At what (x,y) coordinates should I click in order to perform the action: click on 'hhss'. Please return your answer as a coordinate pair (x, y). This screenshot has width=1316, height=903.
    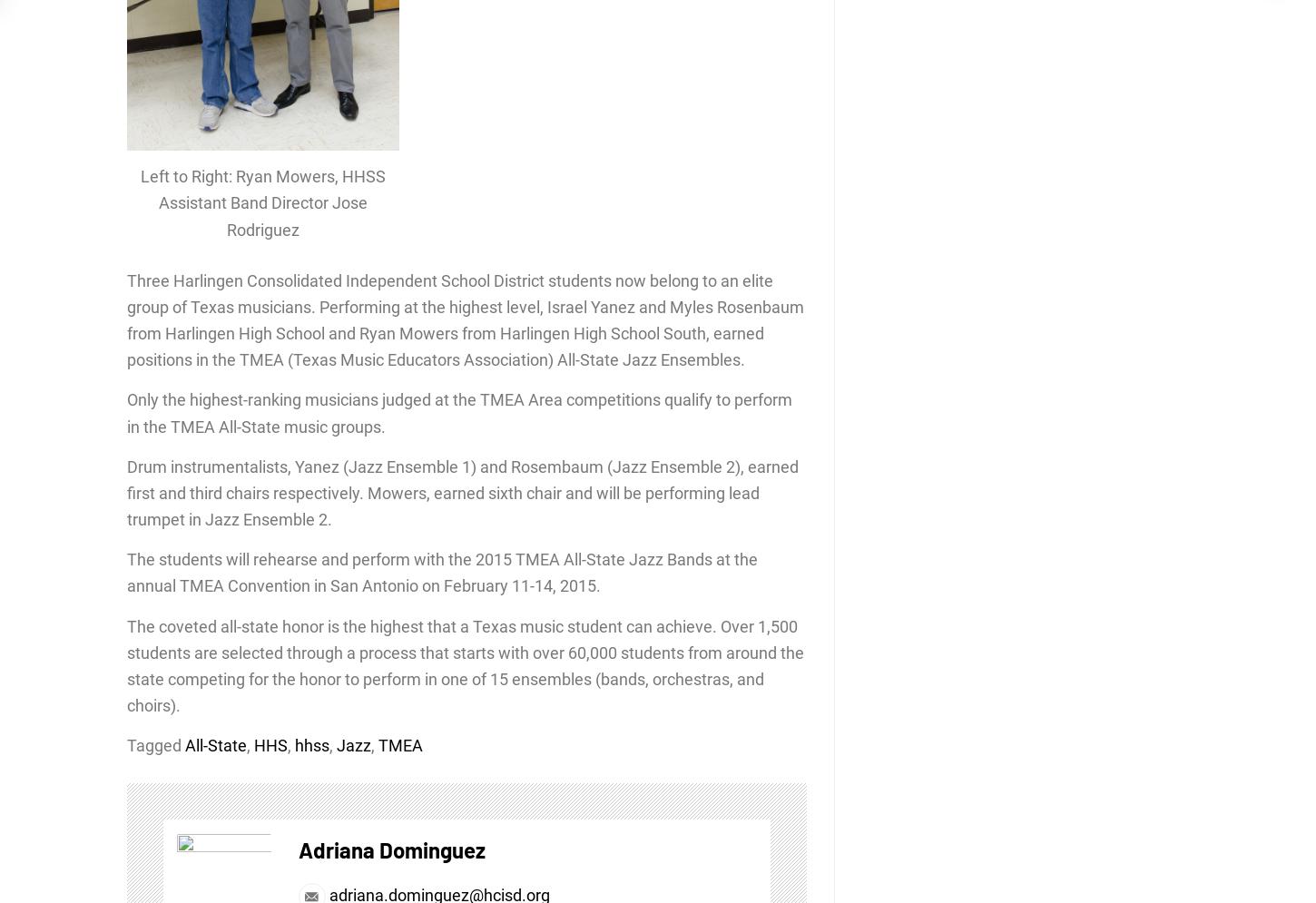
    Looking at the image, I should click on (311, 744).